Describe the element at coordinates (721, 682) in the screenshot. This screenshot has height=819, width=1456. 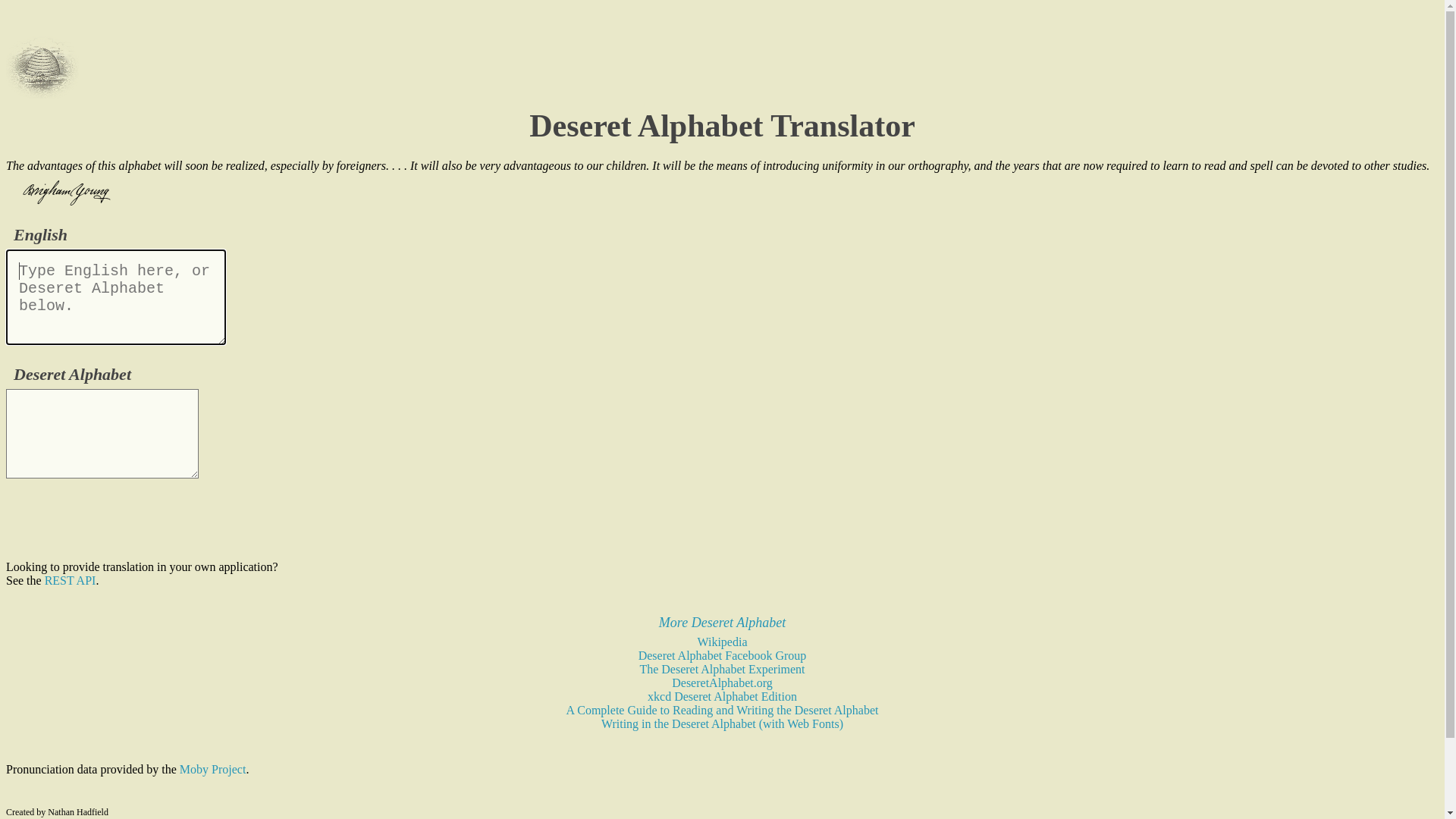
I see `'DeseretAlphabet.org'` at that location.